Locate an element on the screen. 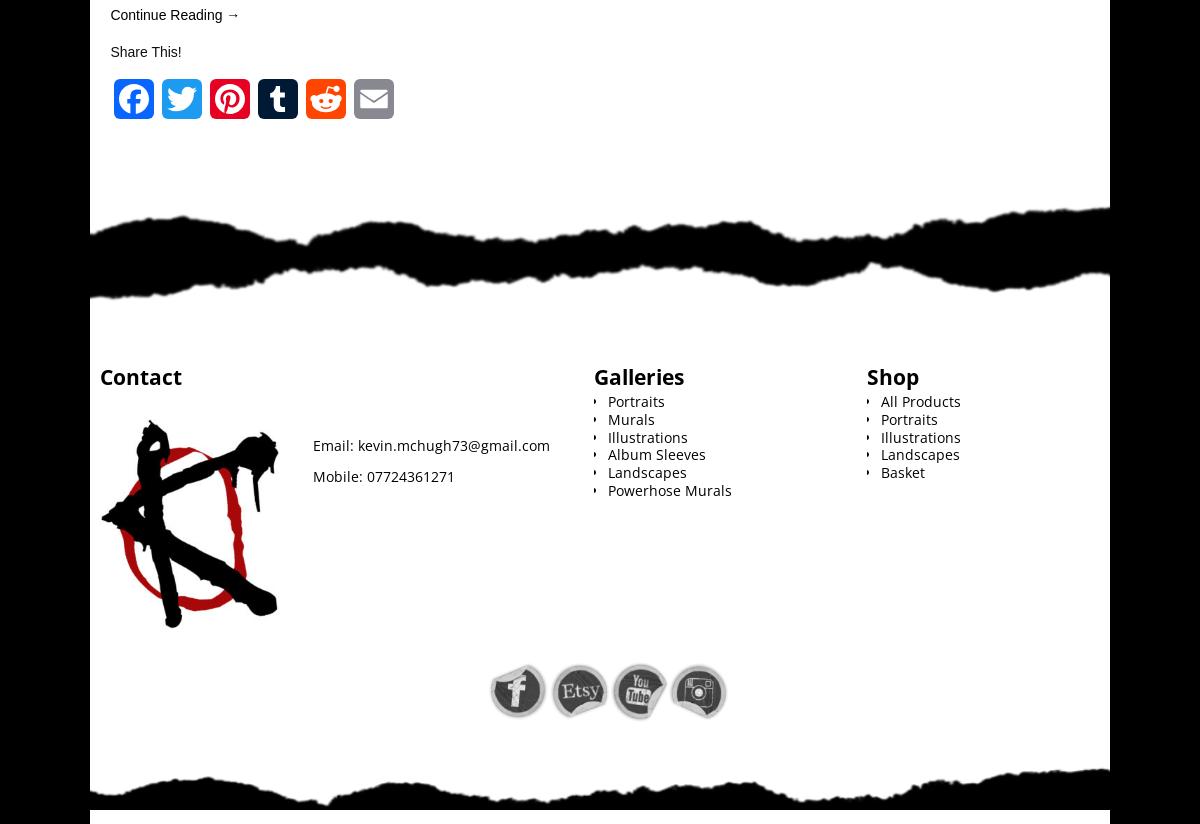 The width and height of the screenshot is (1200, 824). 'Email:' is located at coordinates (312, 443).